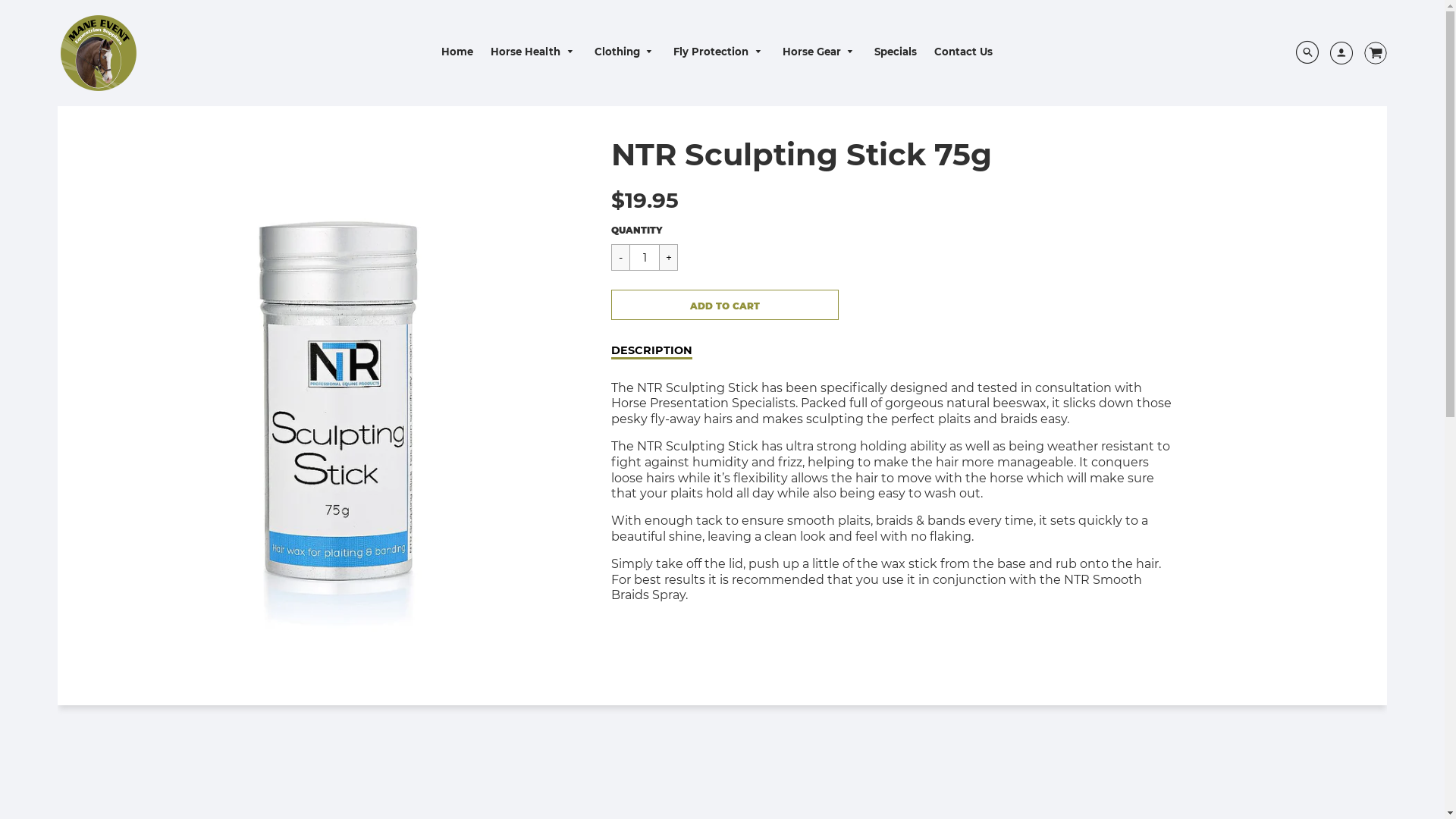  Describe the element at coordinates (895, 51) in the screenshot. I see `'Specials'` at that location.